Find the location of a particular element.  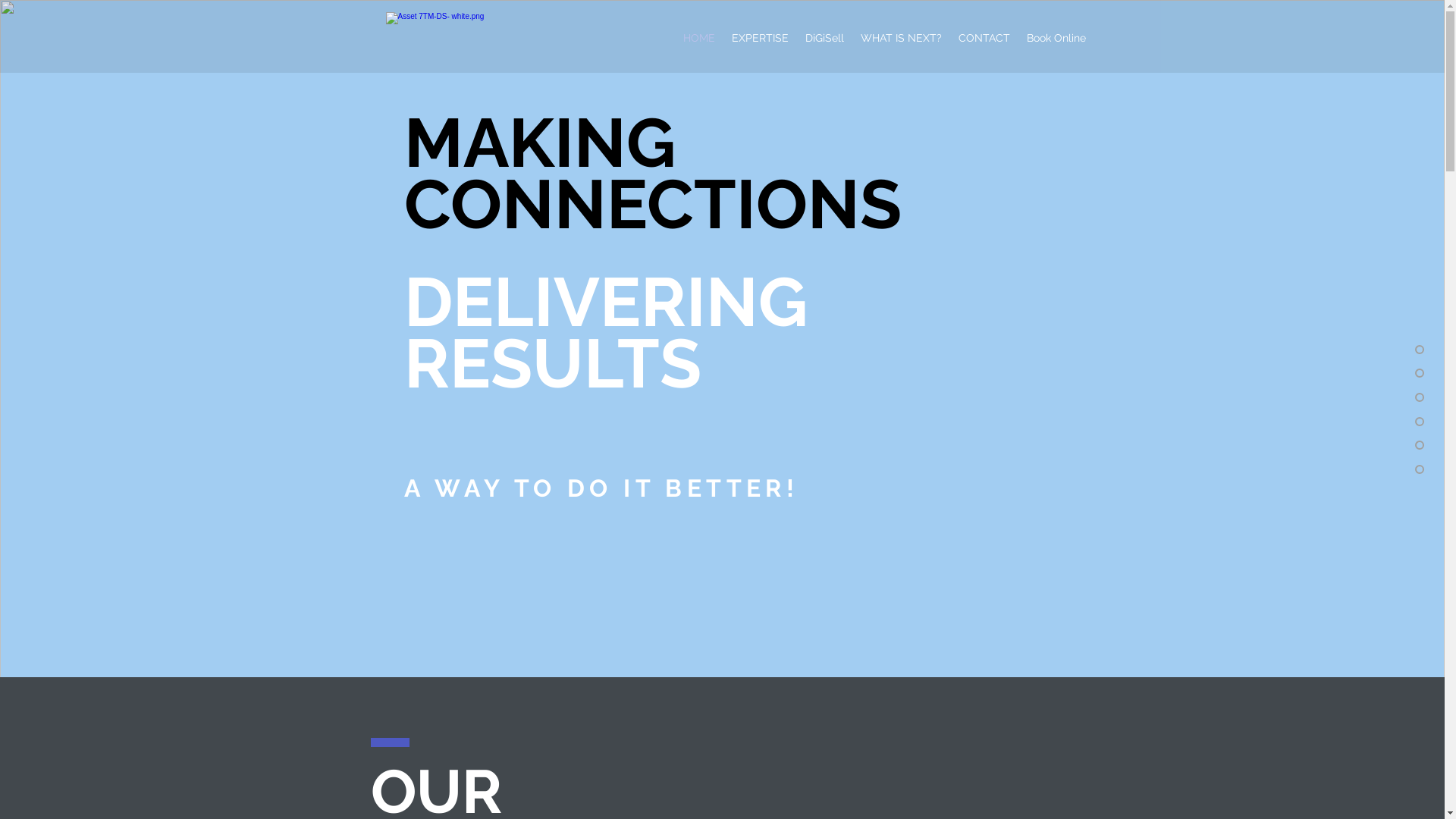

'EXPERTISE' is located at coordinates (760, 37).